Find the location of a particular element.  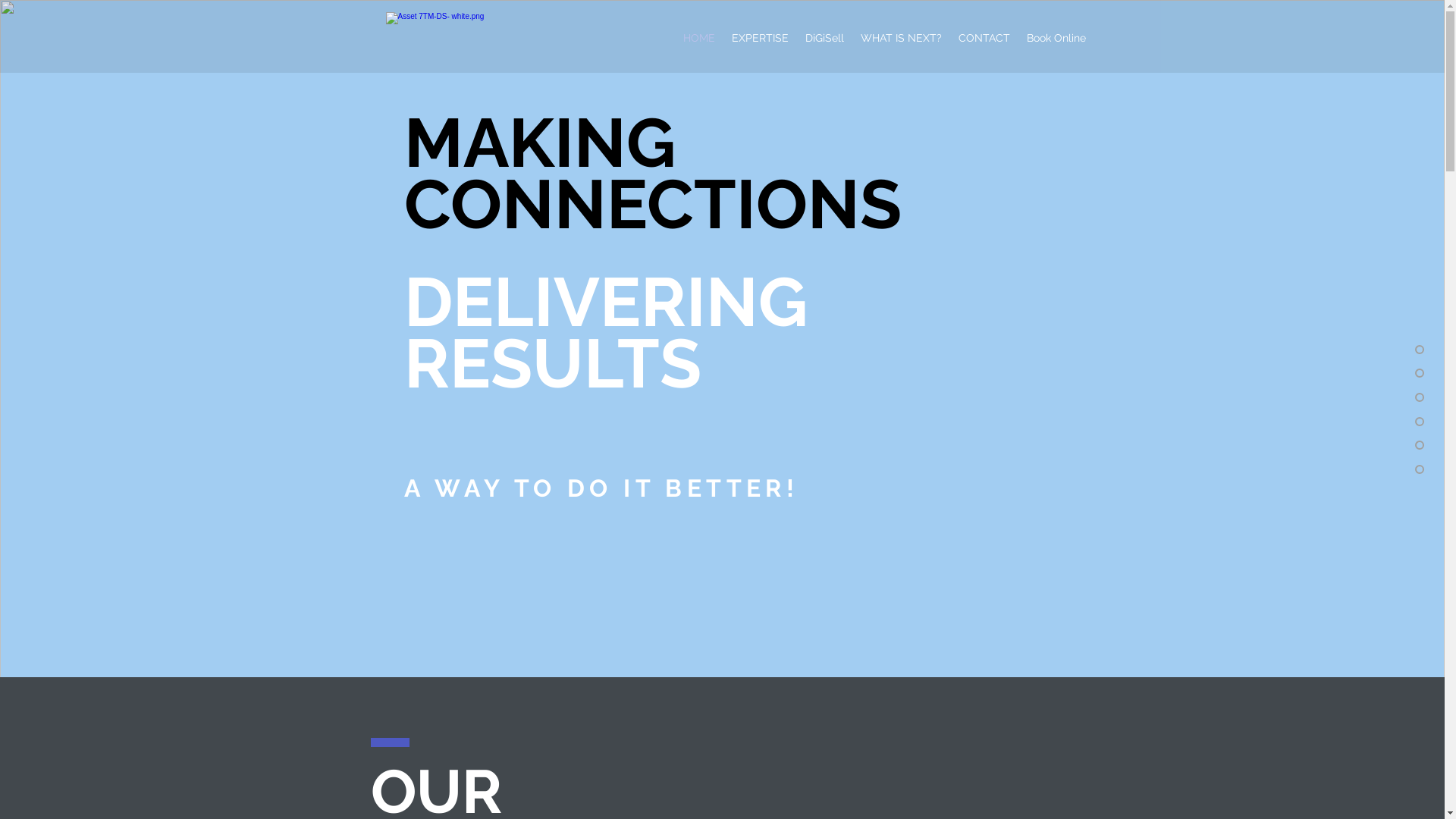

'EXPERTISE' is located at coordinates (760, 37).